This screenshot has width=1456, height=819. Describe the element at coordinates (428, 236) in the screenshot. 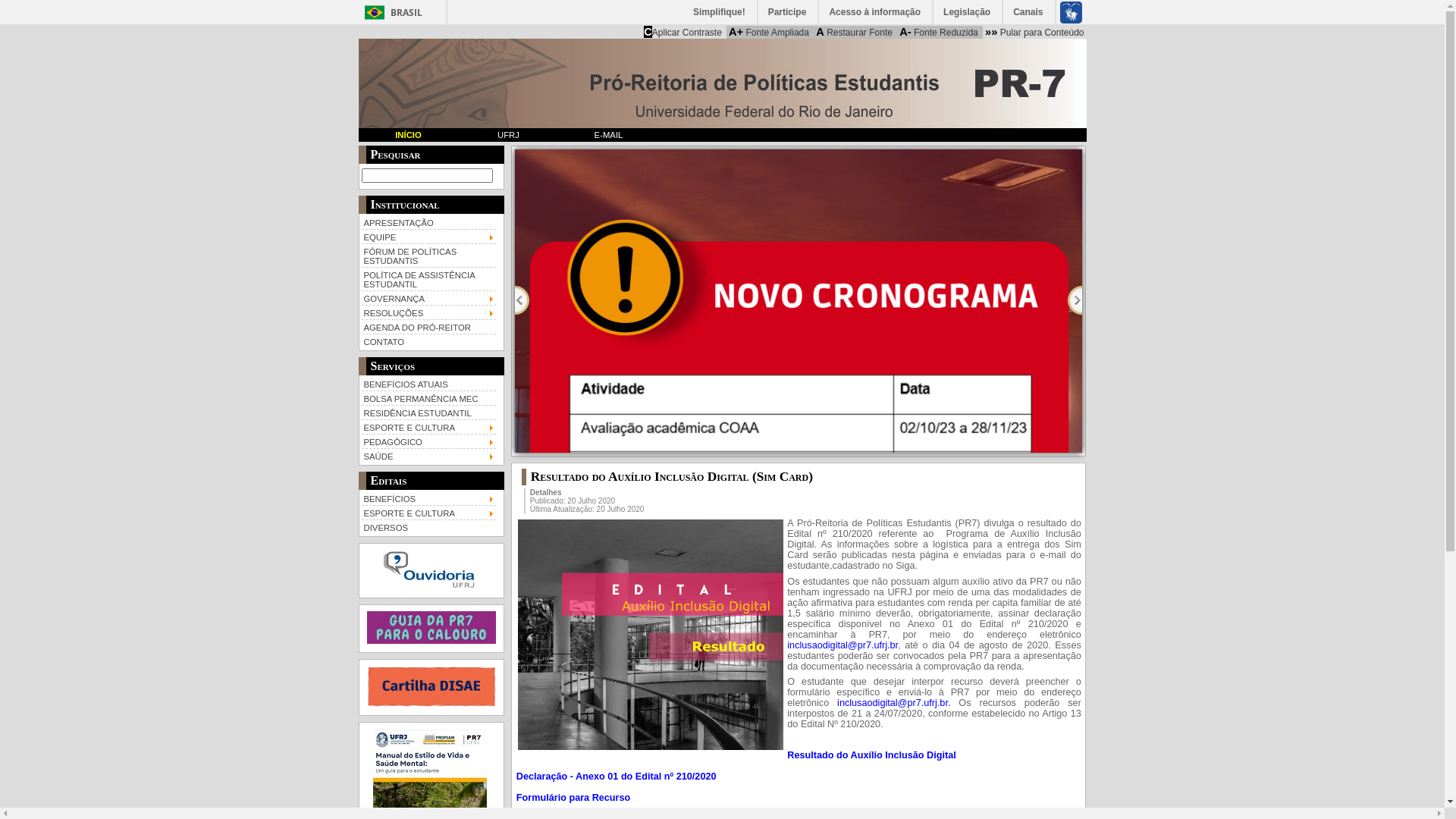

I see `'EQUIPE'` at that location.